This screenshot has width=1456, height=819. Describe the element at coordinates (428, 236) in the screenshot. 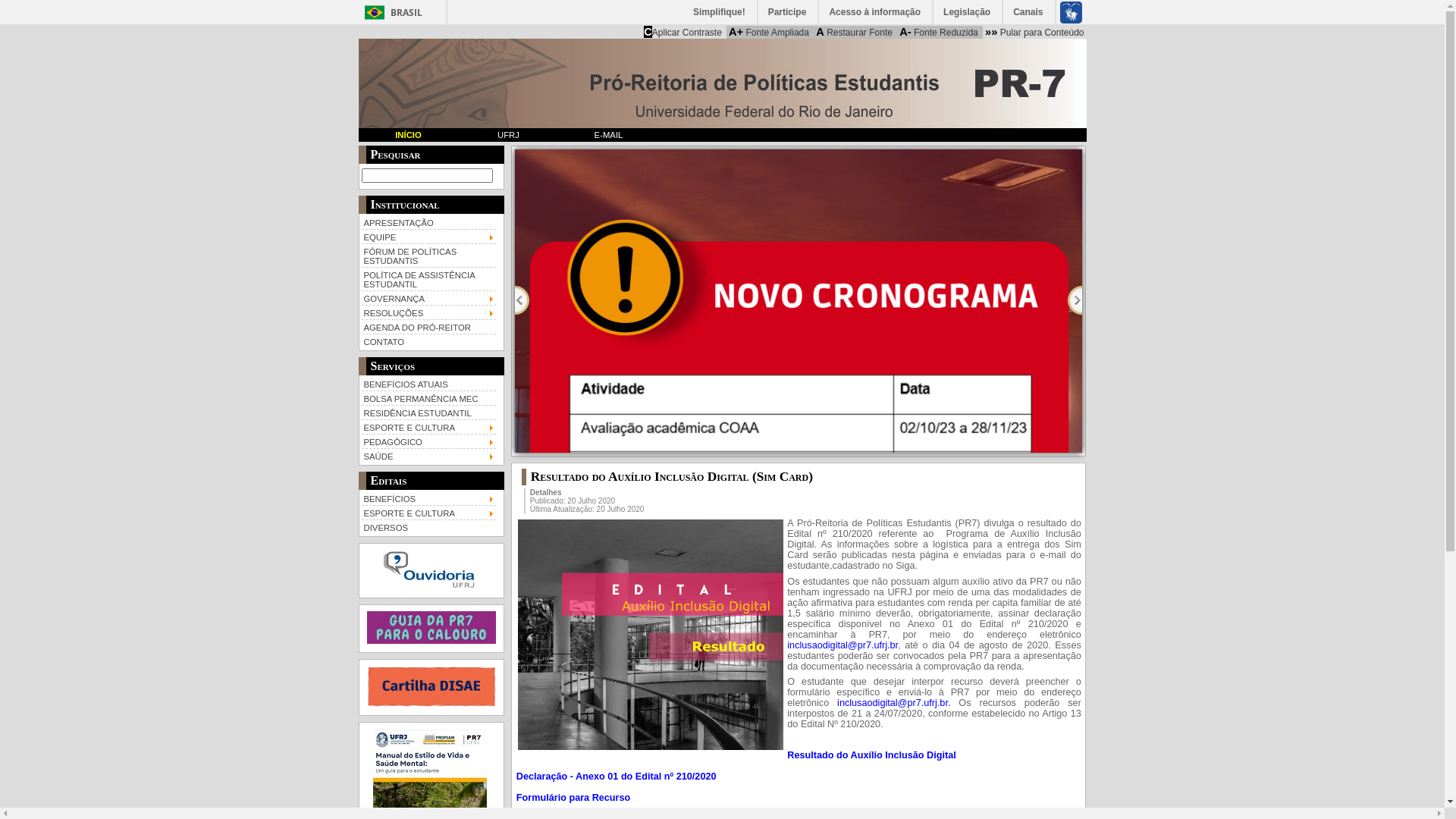

I see `'EQUIPE'` at that location.